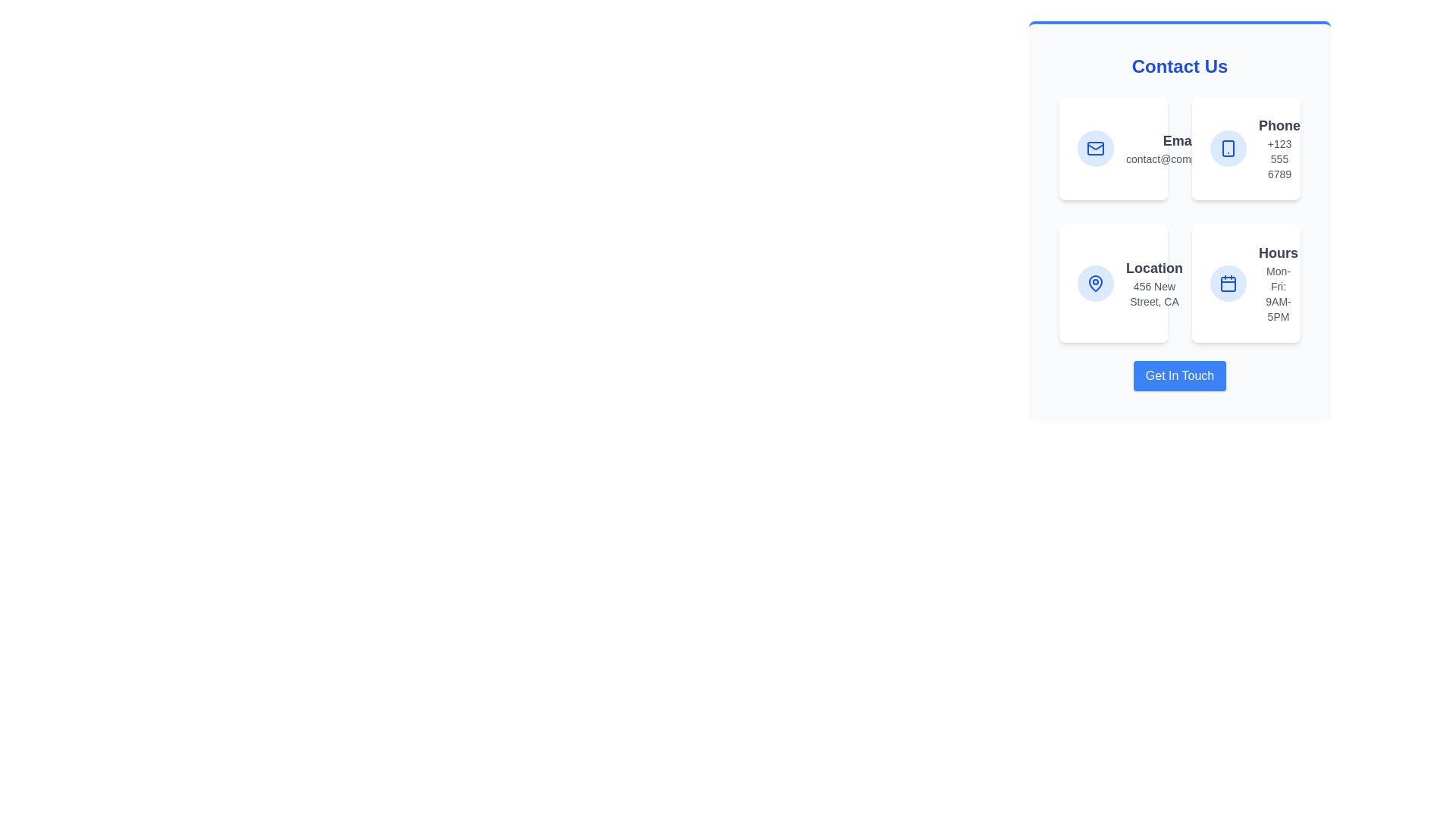  What do you see at coordinates (1095, 149) in the screenshot?
I see `the envelope icon located in the top-left corner of the 'Contact Us' panel` at bounding box center [1095, 149].